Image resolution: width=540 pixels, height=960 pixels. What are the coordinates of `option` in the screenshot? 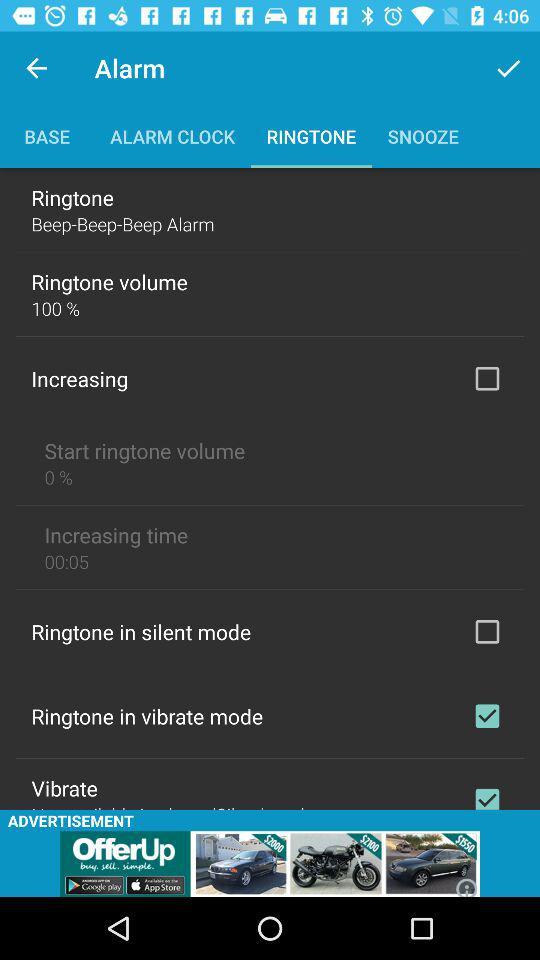 It's located at (486, 716).